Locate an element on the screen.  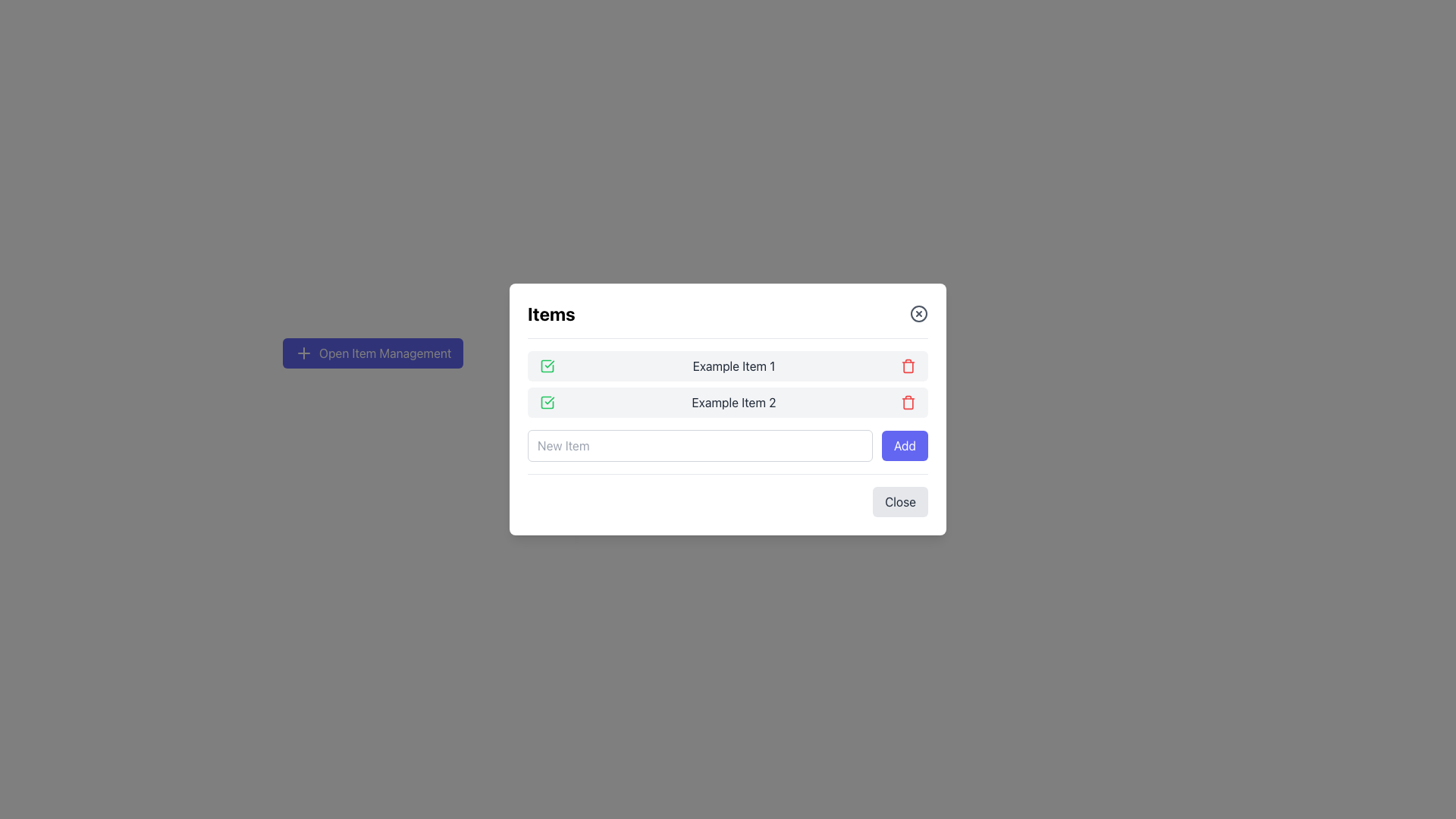
the static text content displaying 'Example Item 2', which is located in the second row of a modal, positioned between a green check icon and a red delete button is located at coordinates (728, 402).